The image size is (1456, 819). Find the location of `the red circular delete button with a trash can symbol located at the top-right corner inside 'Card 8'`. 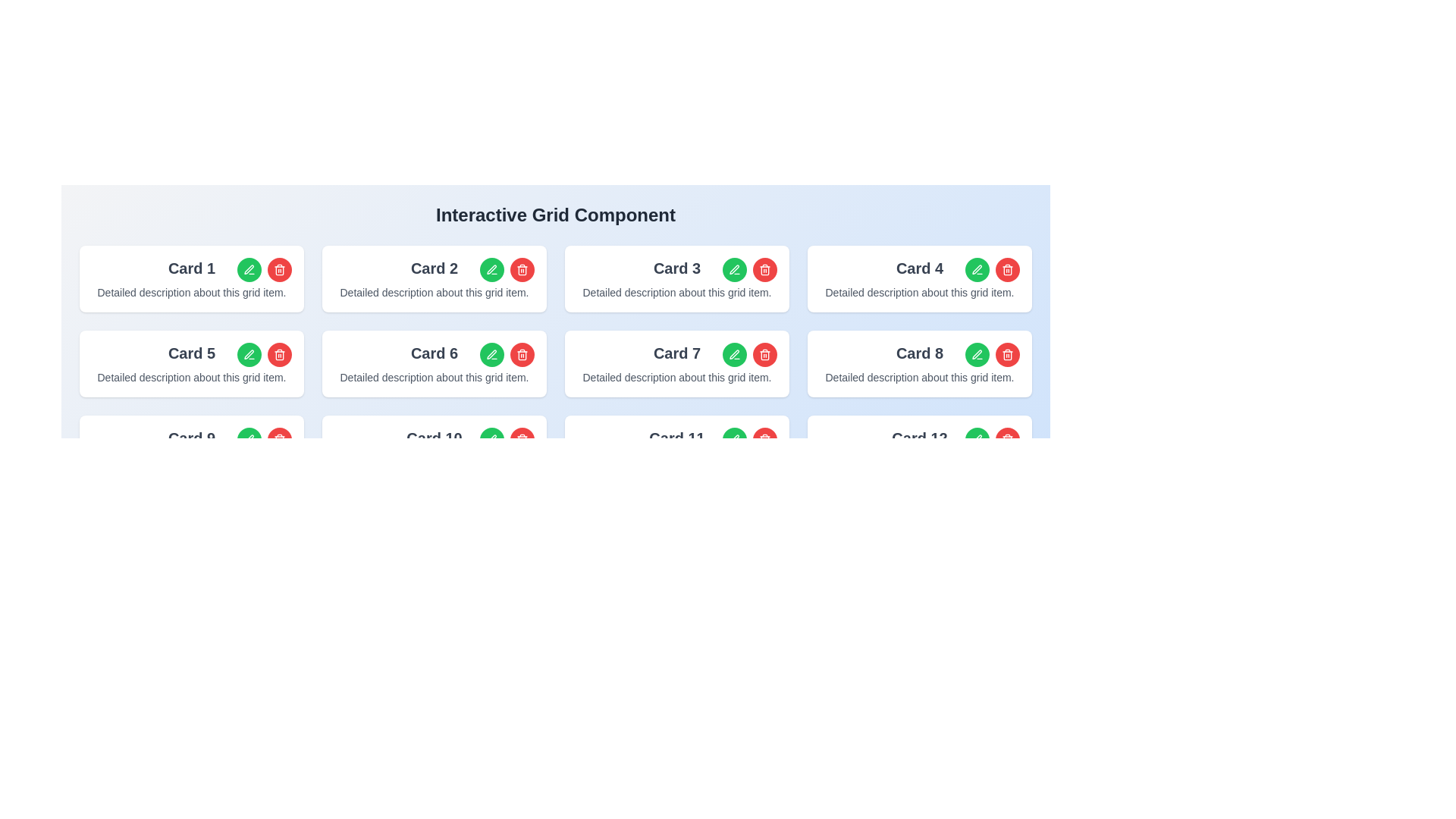

the red circular delete button with a trash can symbol located at the top-right corner inside 'Card 8' is located at coordinates (993, 354).